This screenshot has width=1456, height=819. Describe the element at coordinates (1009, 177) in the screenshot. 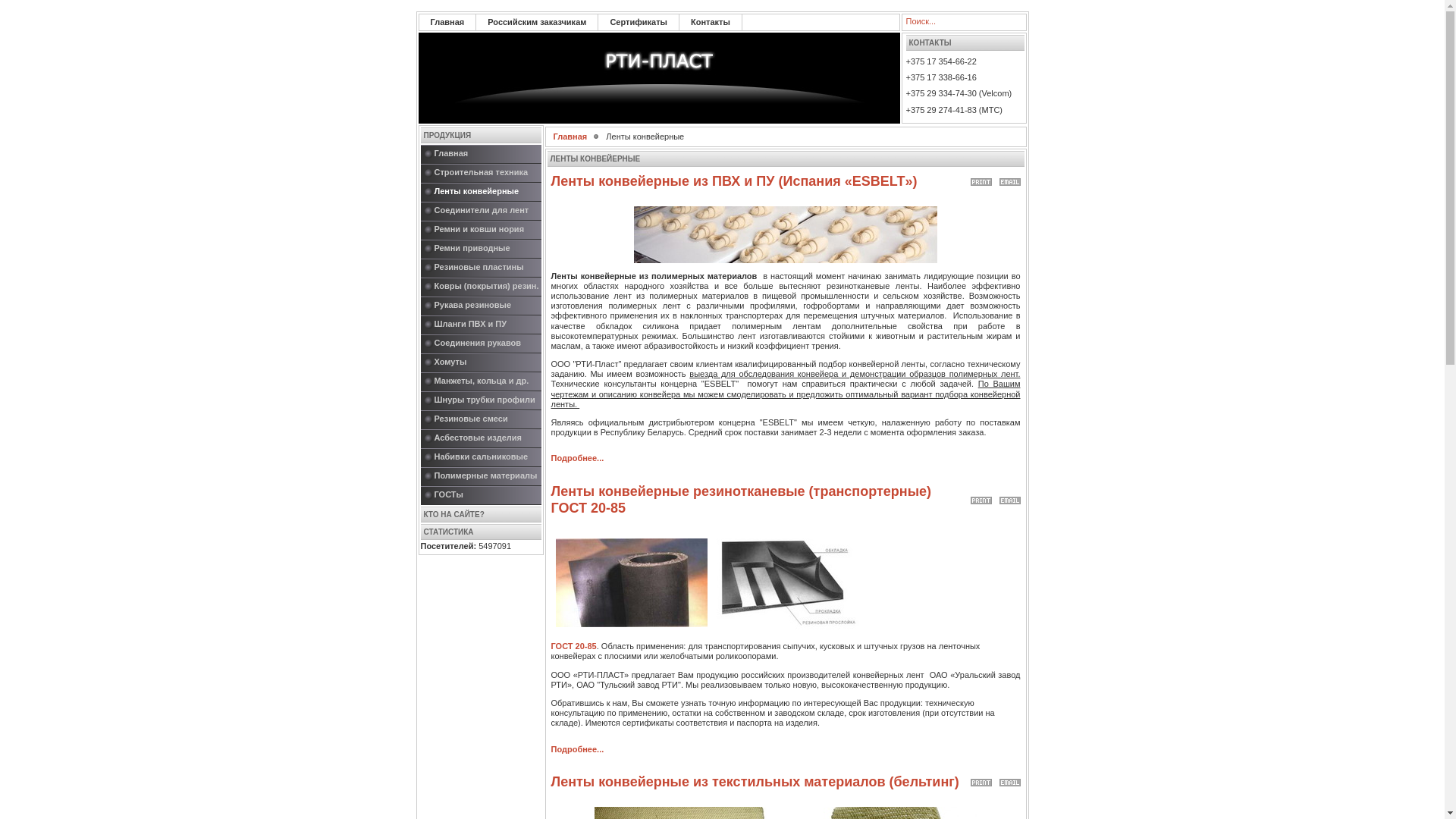

I see `'E-mail'` at that location.